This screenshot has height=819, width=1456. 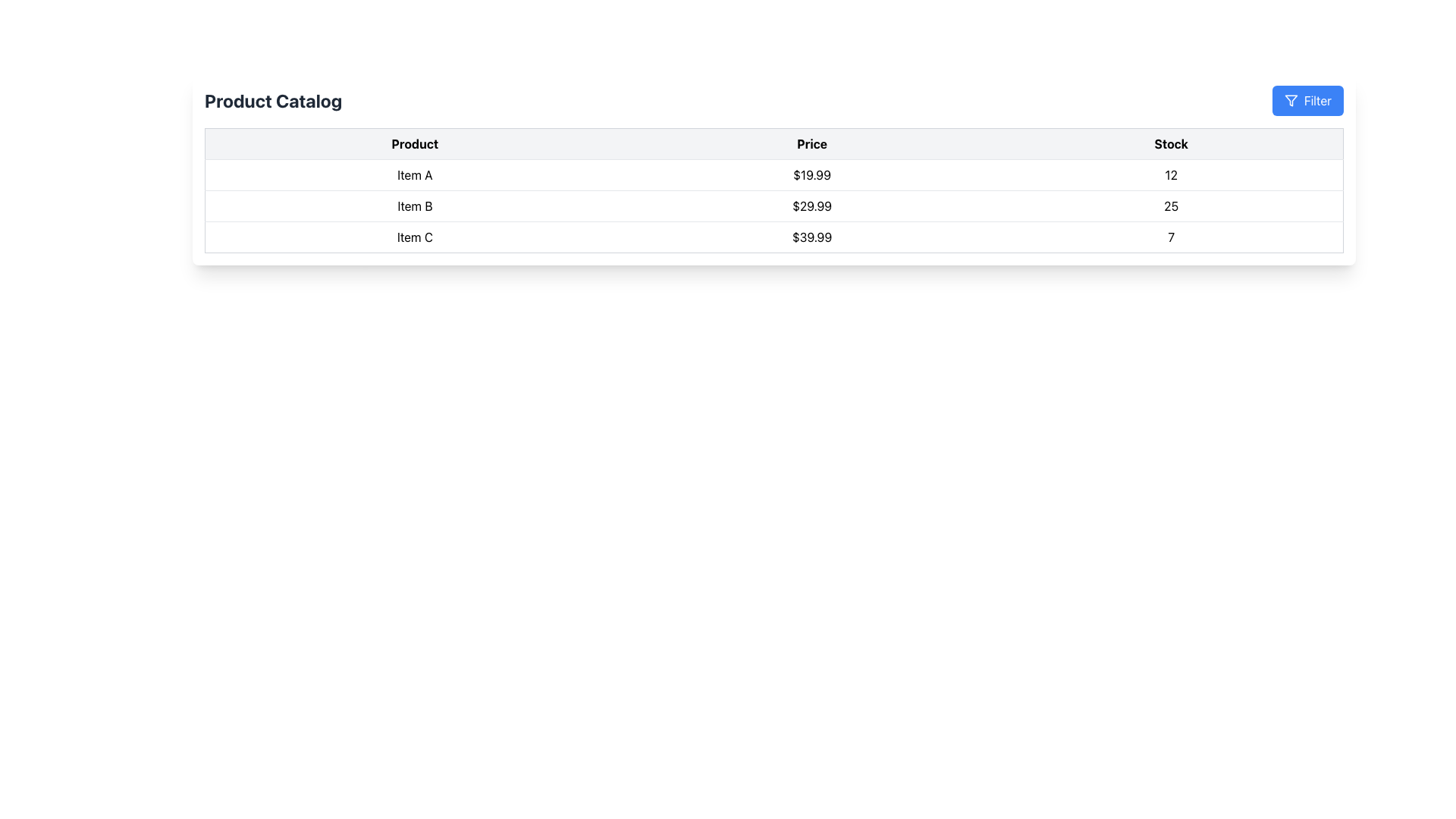 I want to click on the first row of the product table that displays 'Item A', '$19.99', and '12' available stock, so click(x=774, y=174).